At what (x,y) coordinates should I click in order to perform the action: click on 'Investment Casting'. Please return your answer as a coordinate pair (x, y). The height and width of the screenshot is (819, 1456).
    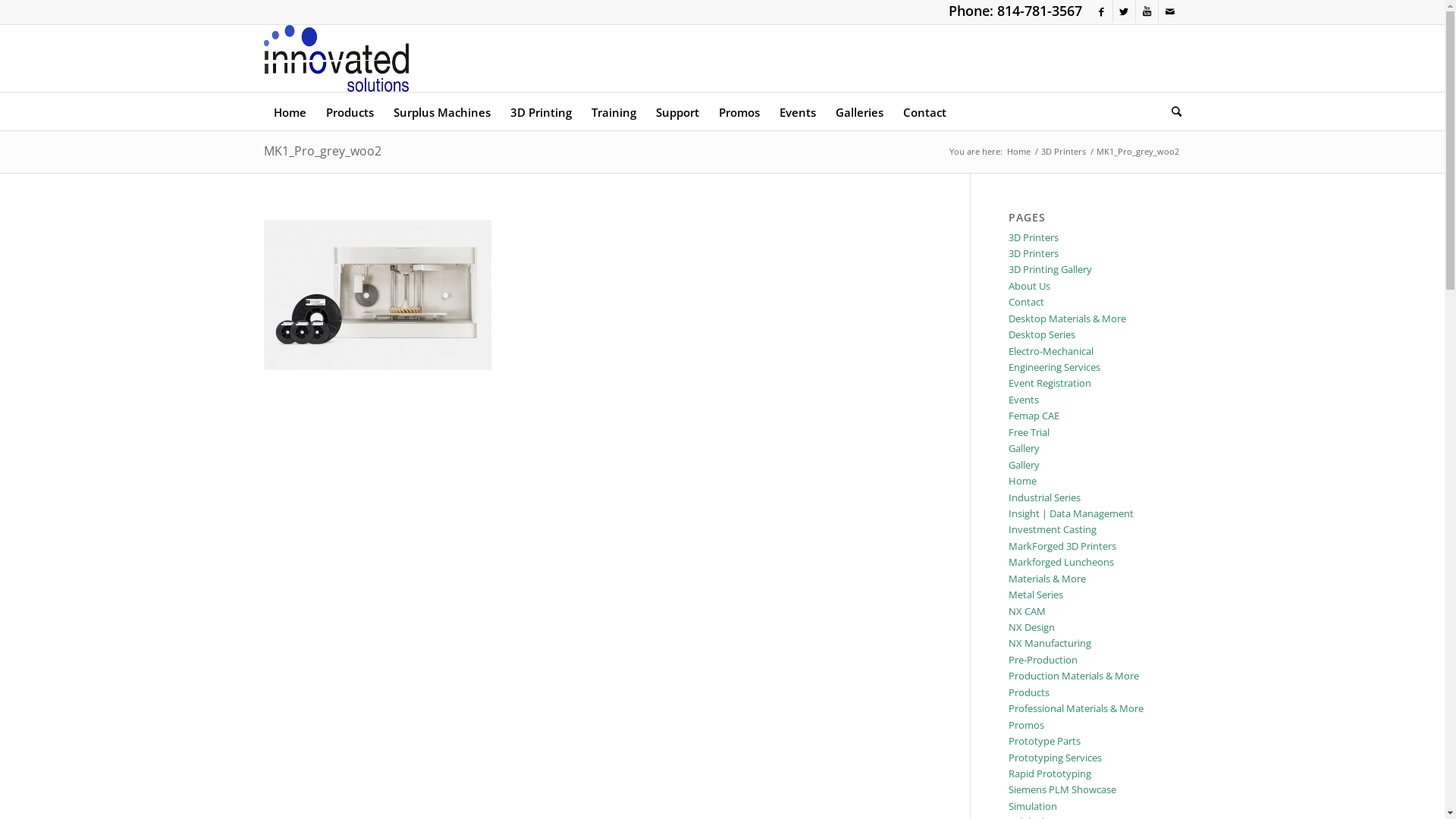
    Looking at the image, I should click on (1051, 529).